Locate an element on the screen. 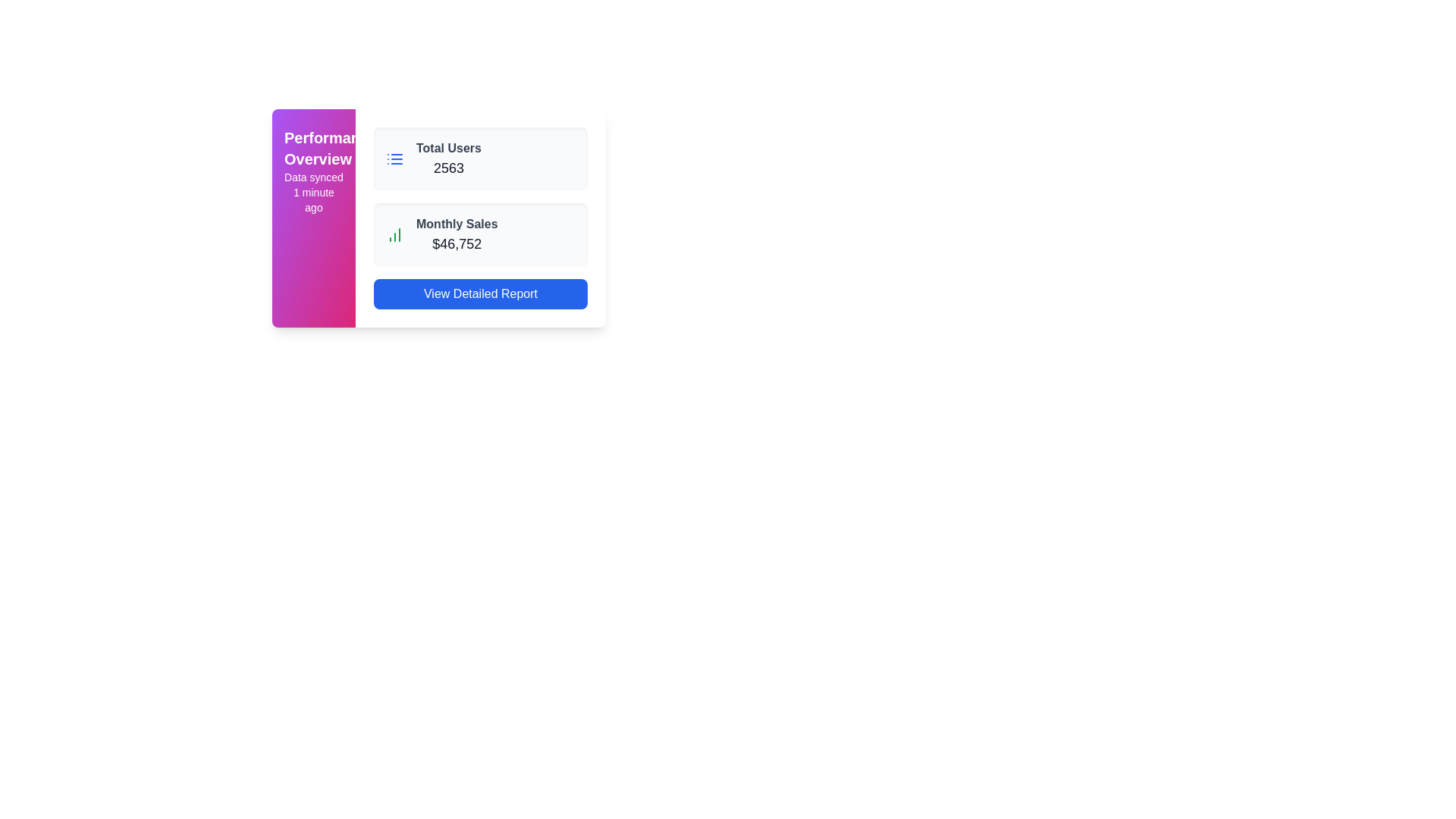 The height and width of the screenshot is (819, 1456). the Static Text Display showing the value "$46,752" in bold, large dark gray font, located in the "Monthly Sales" section is located at coordinates (456, 243).